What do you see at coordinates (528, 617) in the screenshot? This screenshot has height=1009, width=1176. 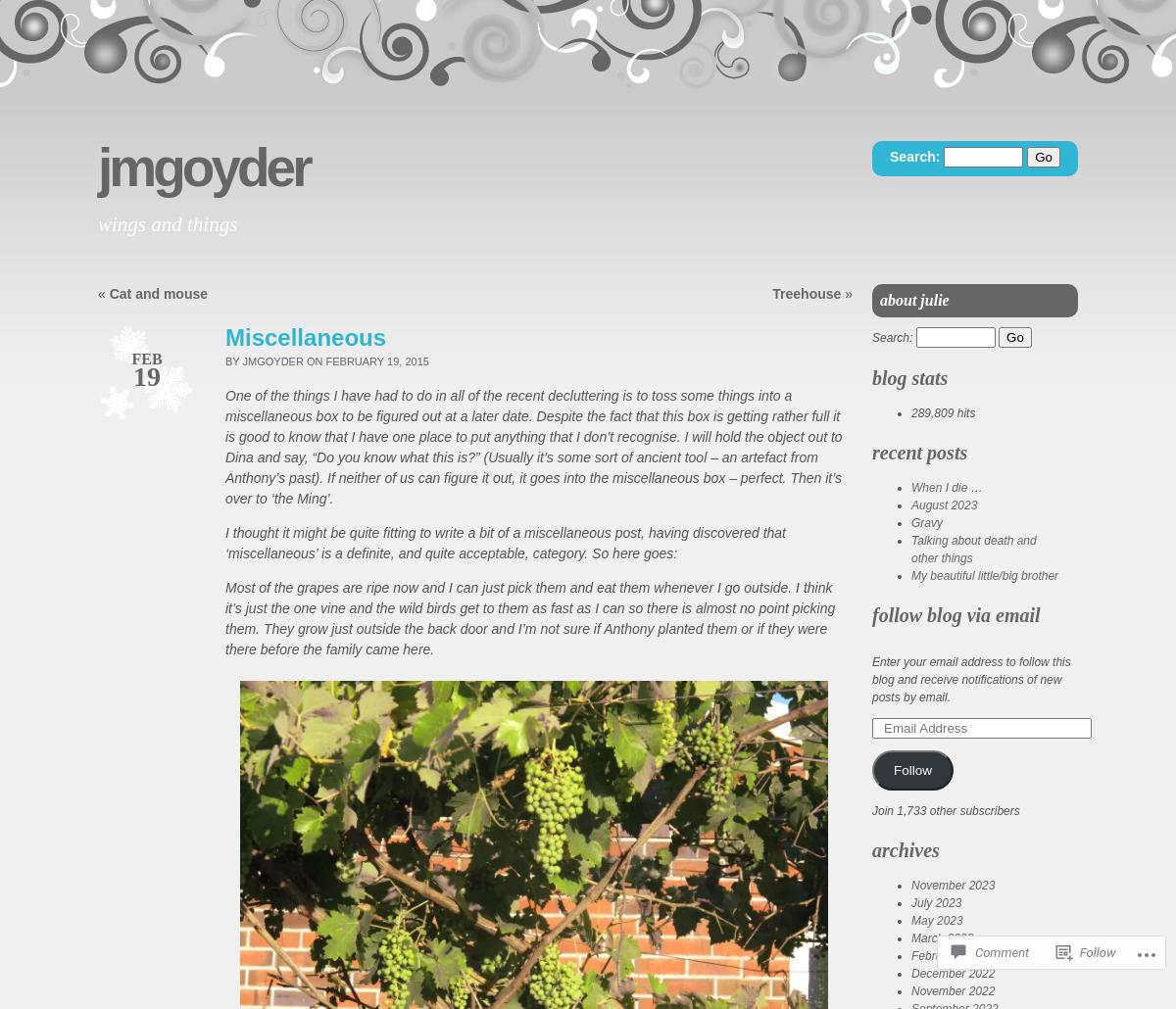 I see `'Most of the grapes are ripe now and I can just pick them and eat them whenever I go outside. I think it’s just the one vine and the wild birds get to them as fast as I can so there is almost no point picking them. They grow just outside the back door and I’m not sure if Anthony planted them or if they were there before the family came here.'` at bounding box center [528, 617].